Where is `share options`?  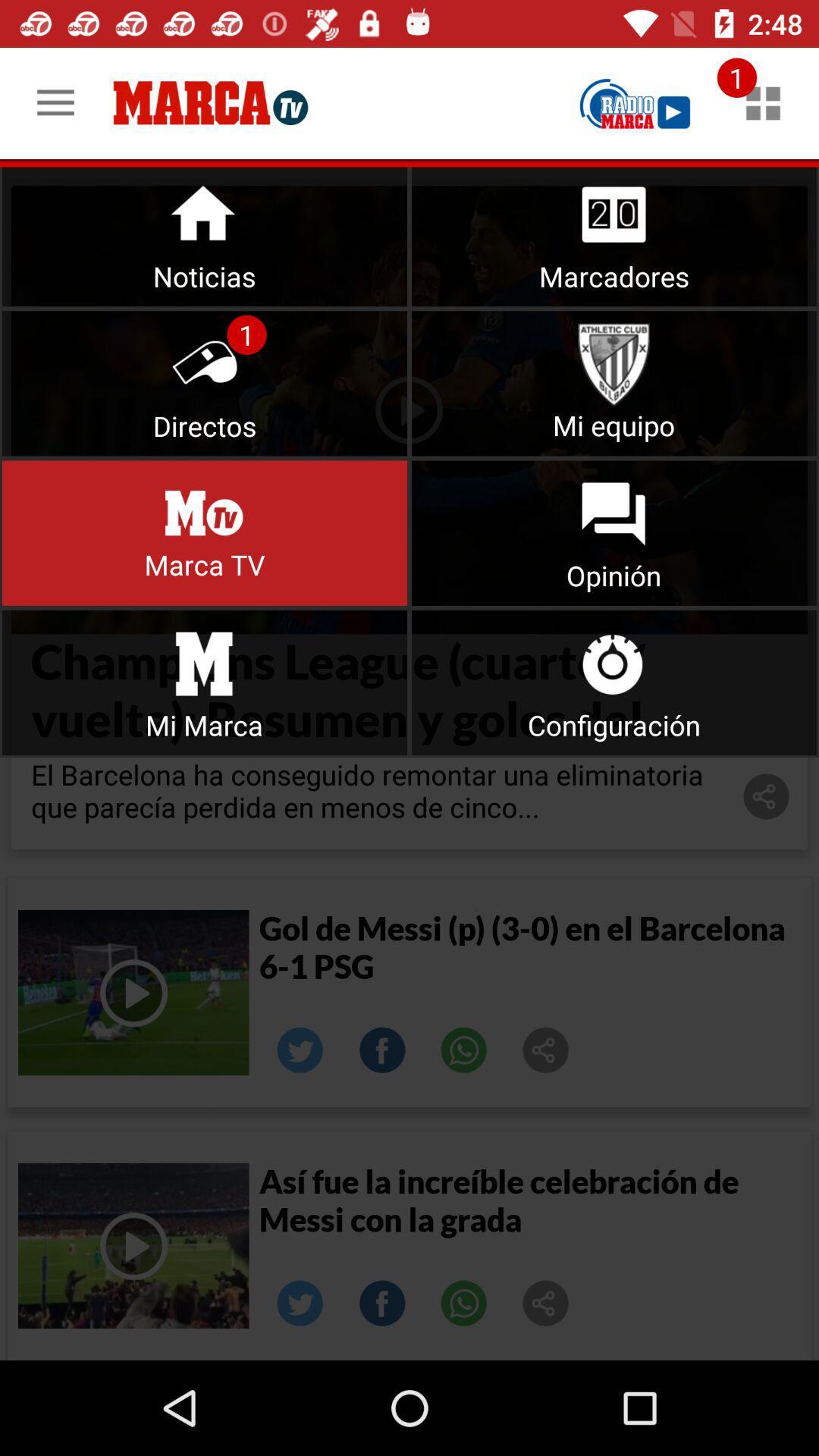 share options is located at coordinates (546, 1302).